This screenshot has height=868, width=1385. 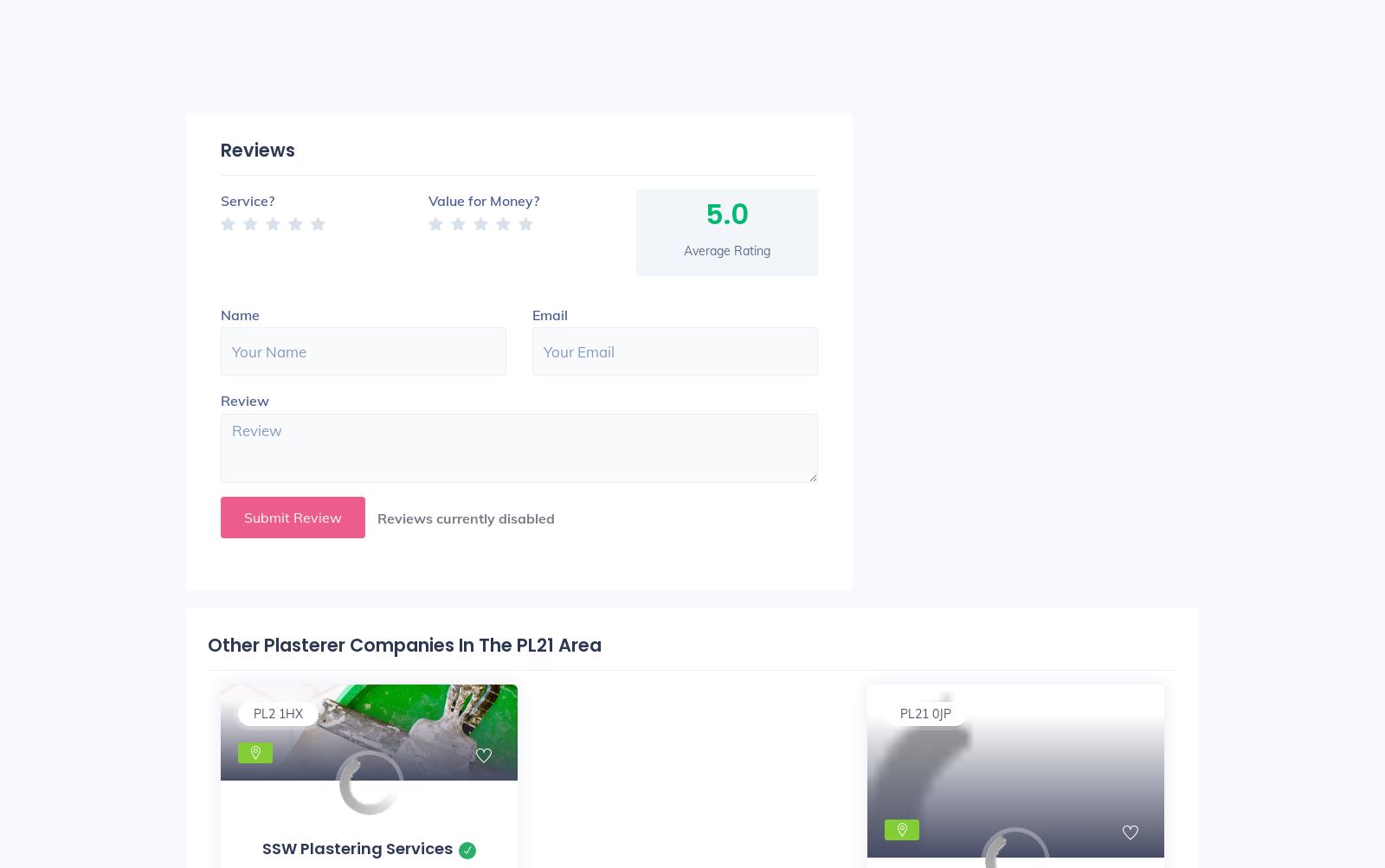 What do you see at coordinates (257, 148) in the screenshot?
I see `'Reviews'` at bounding box center [257, 148].